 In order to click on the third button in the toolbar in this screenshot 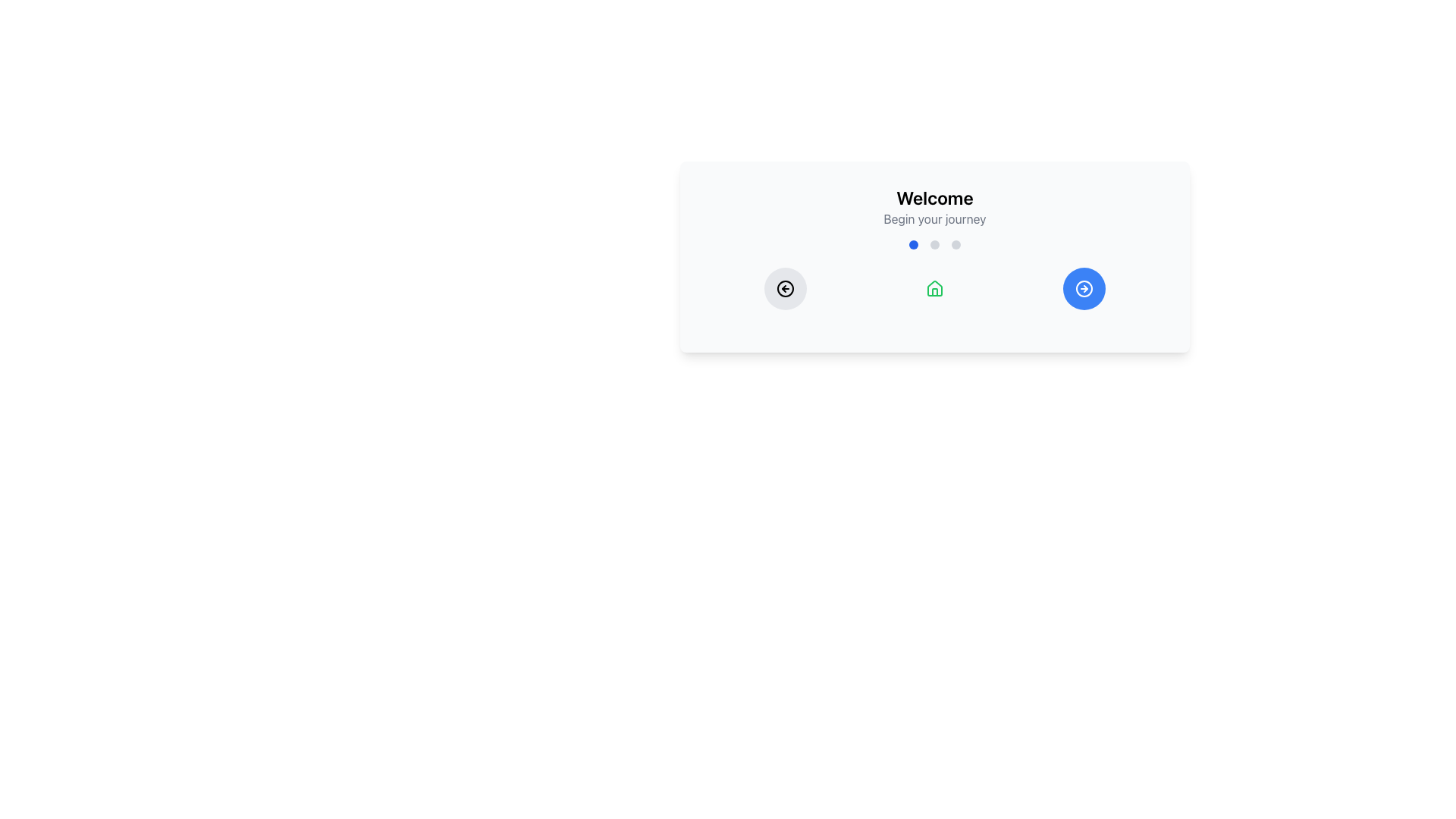, I will do `click(1084, 289)`.